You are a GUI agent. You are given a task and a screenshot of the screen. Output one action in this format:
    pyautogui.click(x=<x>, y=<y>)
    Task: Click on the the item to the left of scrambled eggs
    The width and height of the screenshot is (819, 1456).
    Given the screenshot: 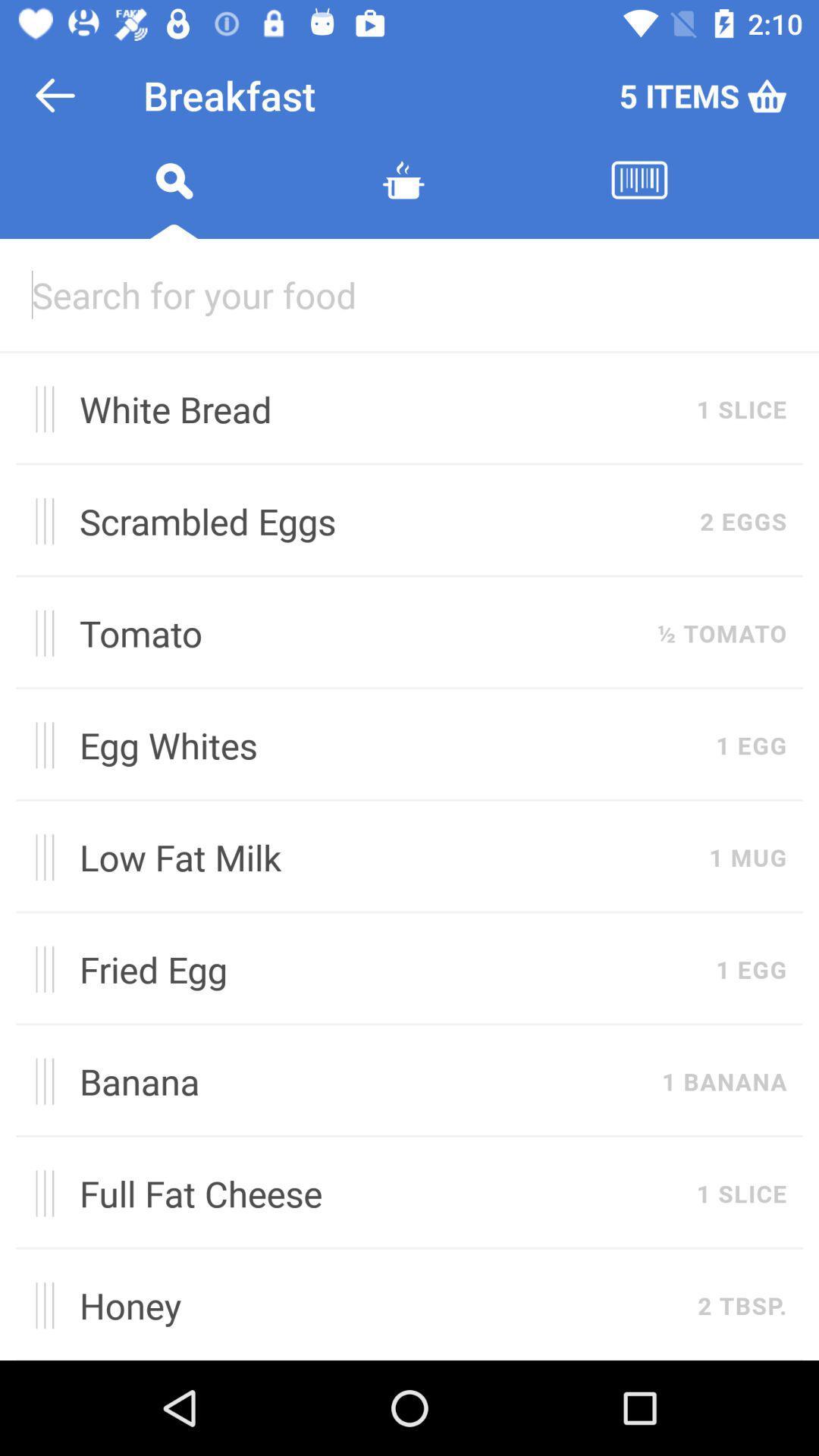 What is the action you would take?
    pyautogui.click(x=39, y=521)
    